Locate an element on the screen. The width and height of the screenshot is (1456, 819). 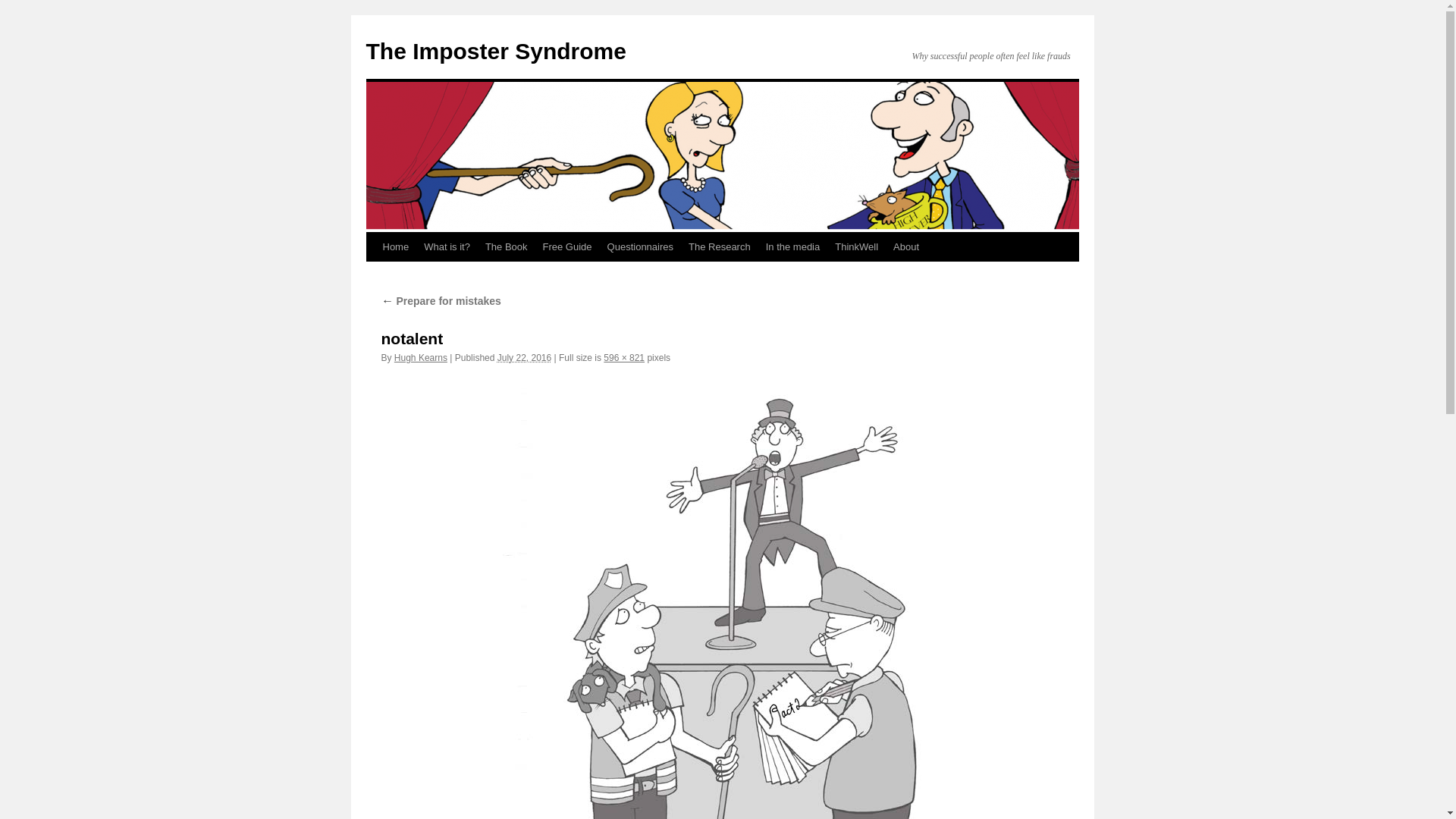
'Skip to content' is located at coordinates (372, 275).